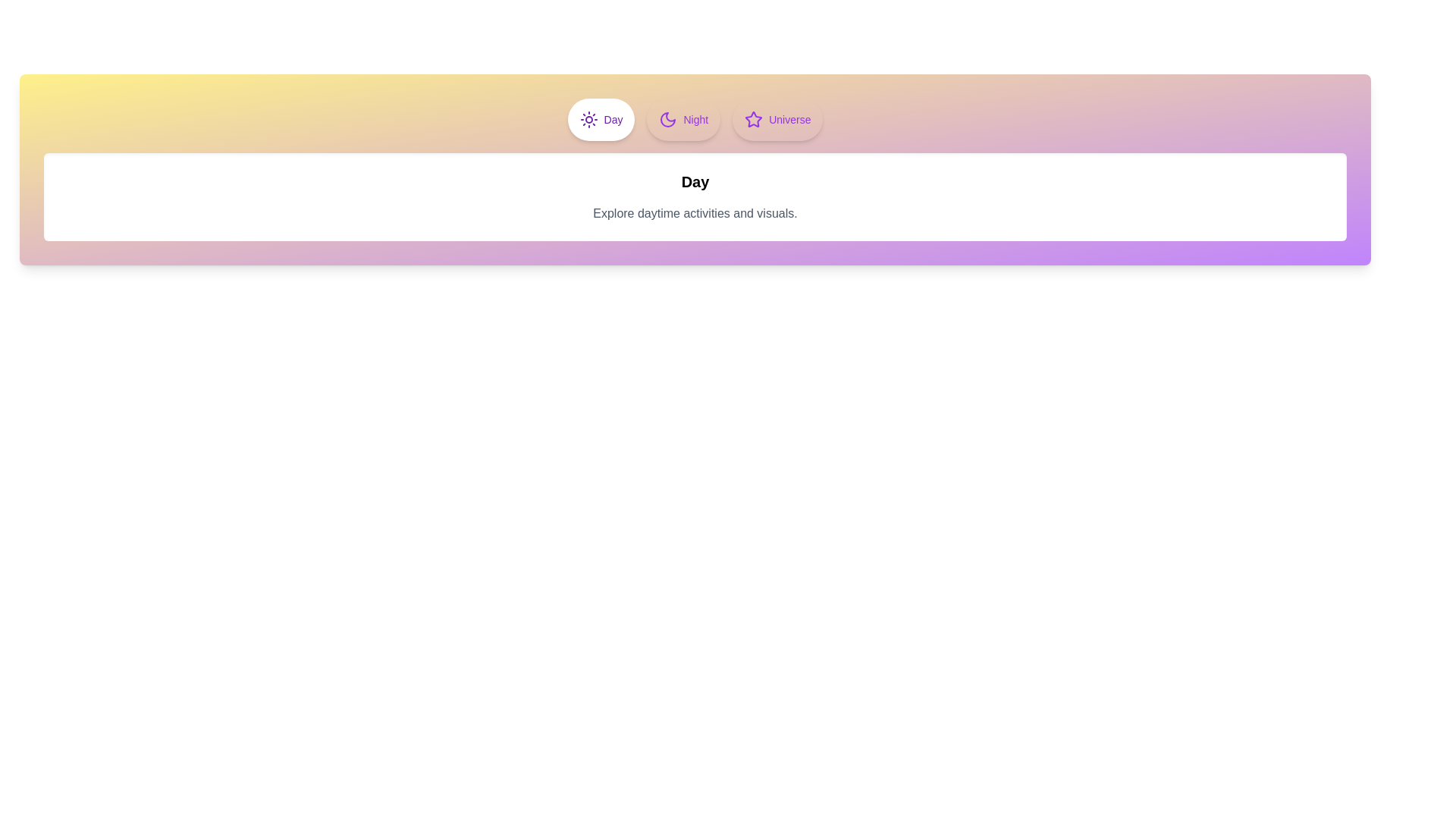 The width and height of the screenshot is (1456, 819). What do you see at coordinates (778, 119) in the screenshot?
I see `the Universe tab to observe its hover effect` at bounding box center [778, 119].